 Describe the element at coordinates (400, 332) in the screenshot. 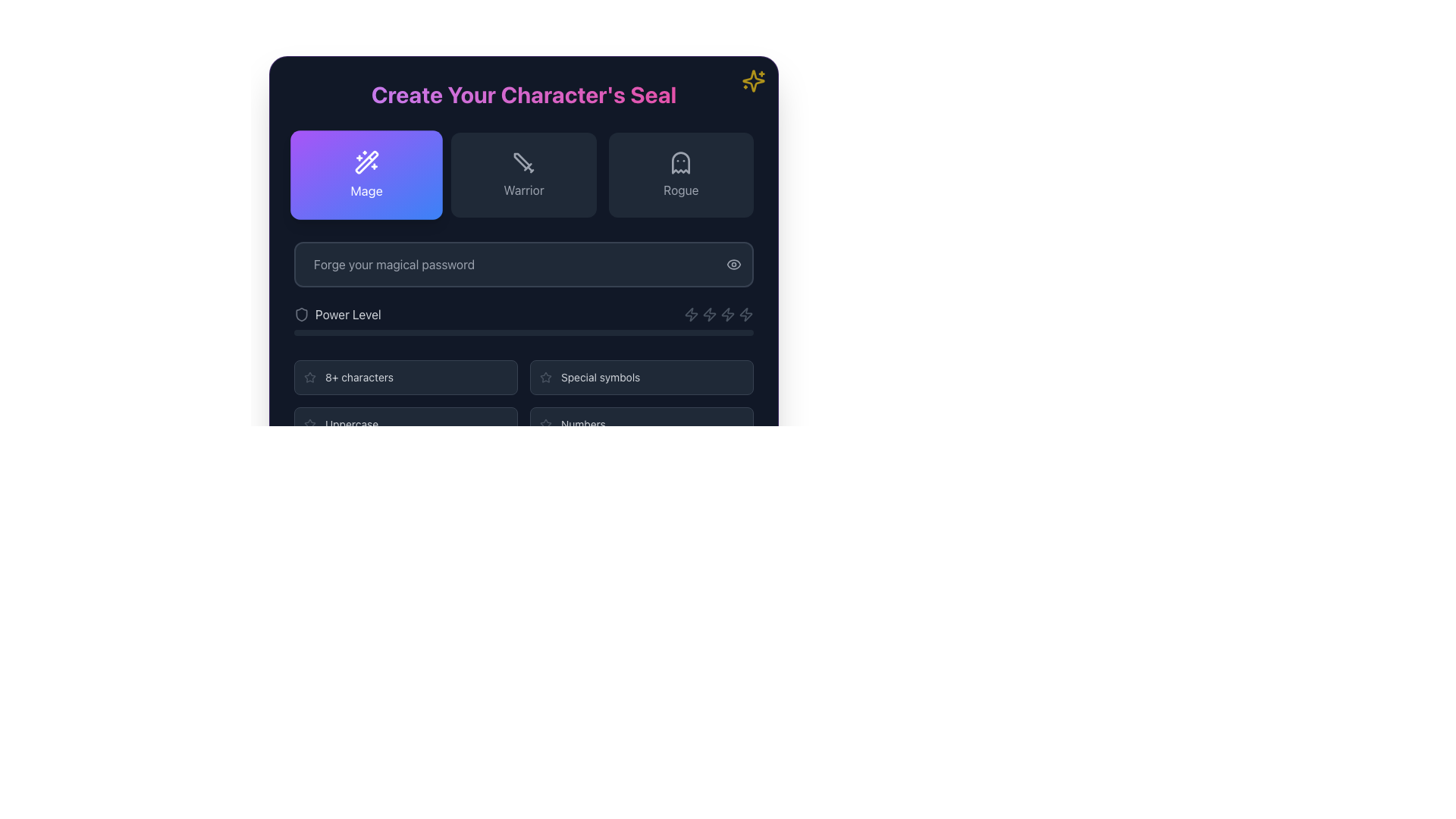

I see `the progress bar` at that location.